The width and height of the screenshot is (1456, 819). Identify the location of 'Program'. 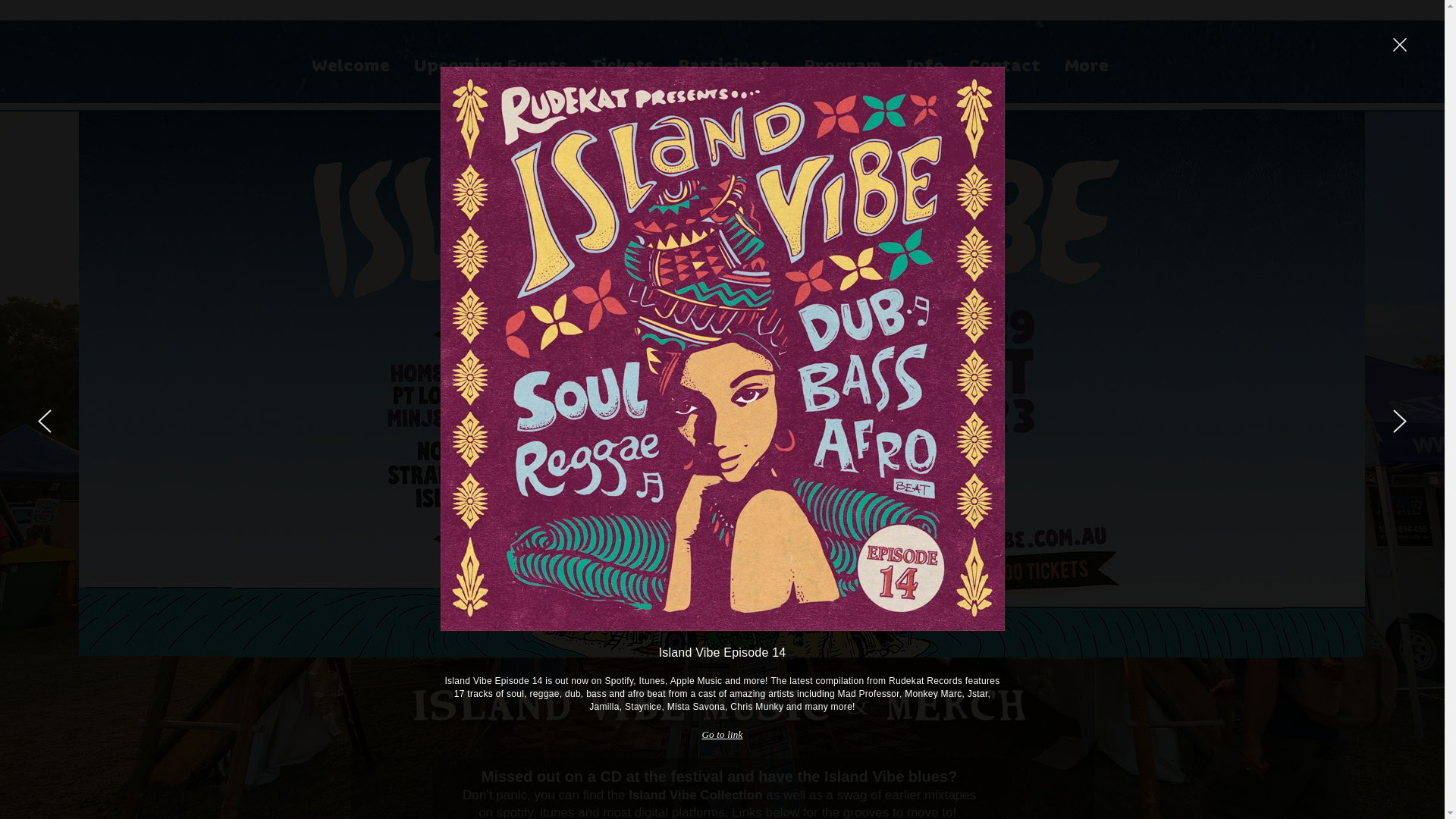
(842, 64).